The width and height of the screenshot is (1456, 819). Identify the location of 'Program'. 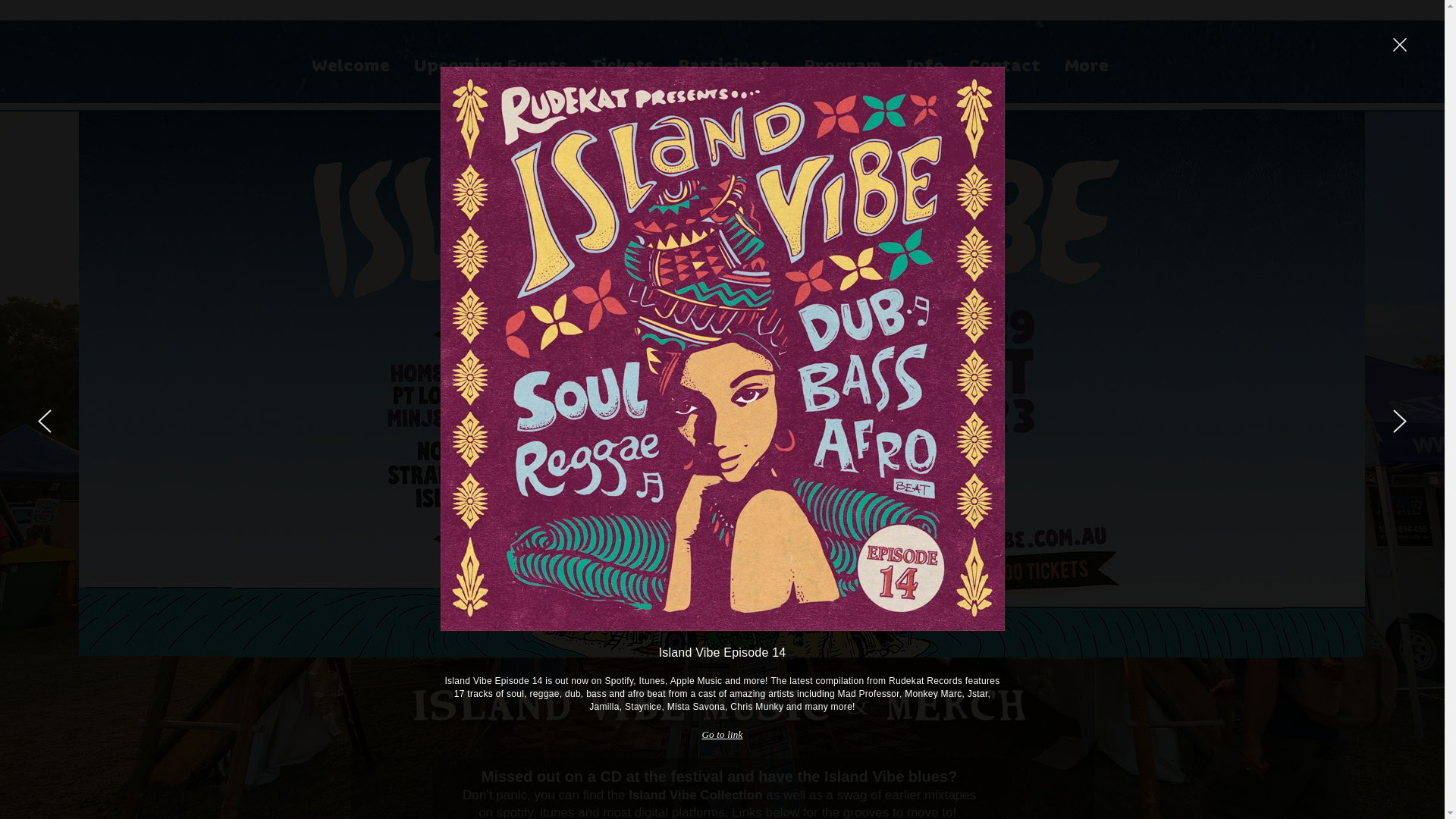
(842, 64).